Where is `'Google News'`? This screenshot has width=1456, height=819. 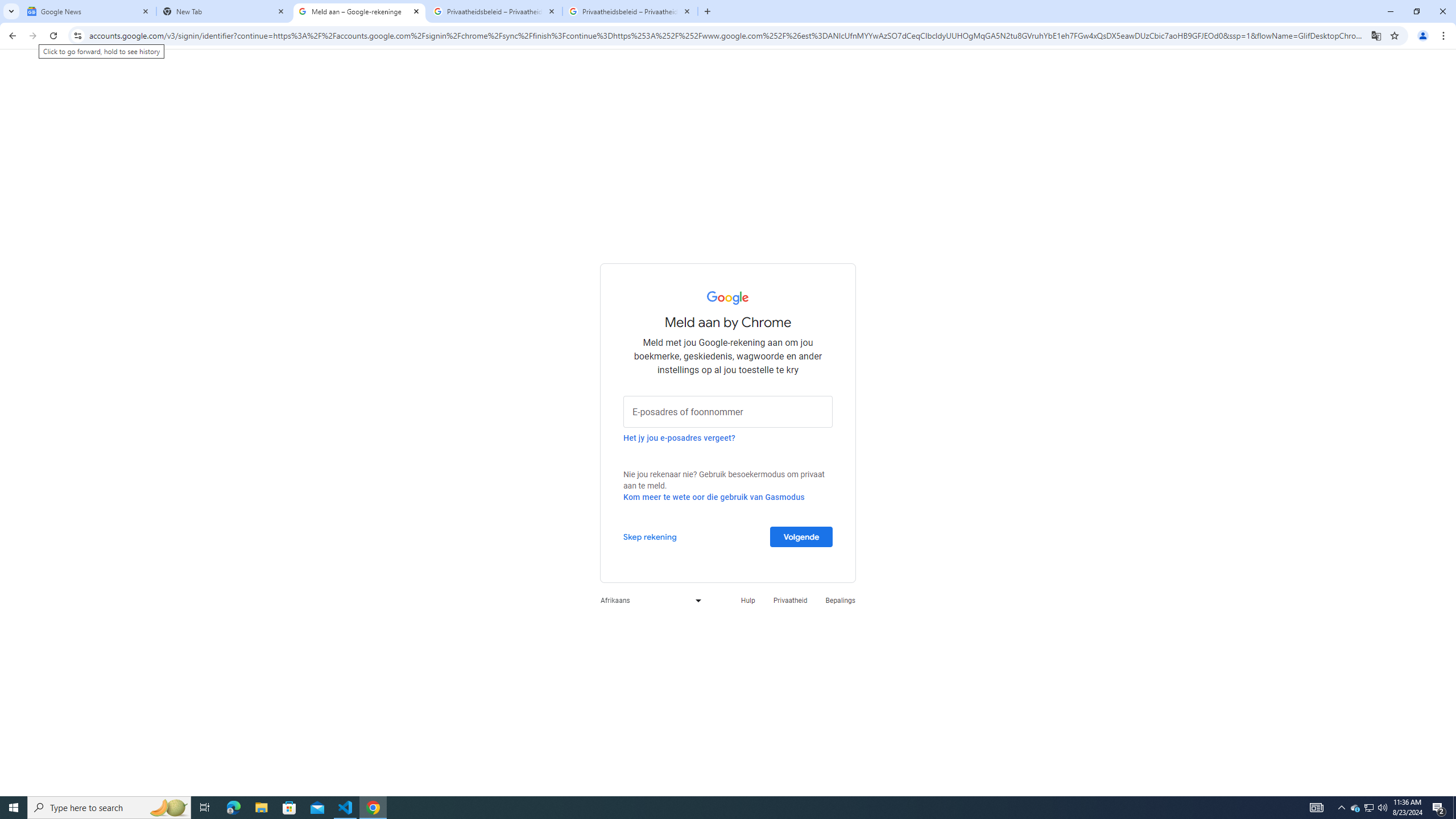 'Google News' is located at coordinates (88, 11).